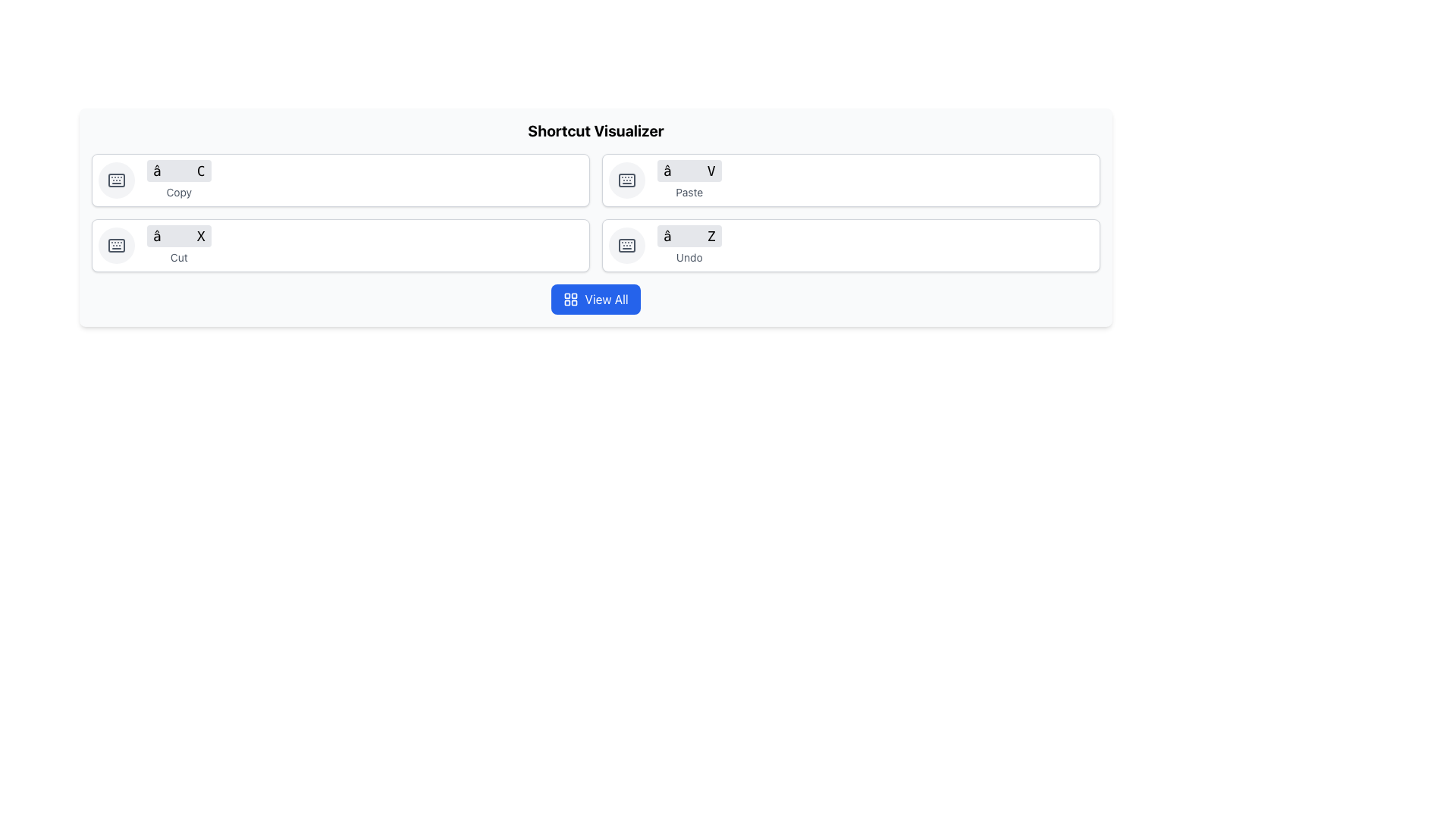 Image resolution: width=1456 pixels, height=819 pixels. Describe the element at coordinates (595, 299) in the screenshot. I see `the button labeled 'View All' with a blue background and white text, located at the bottom center of the interface` at that location.